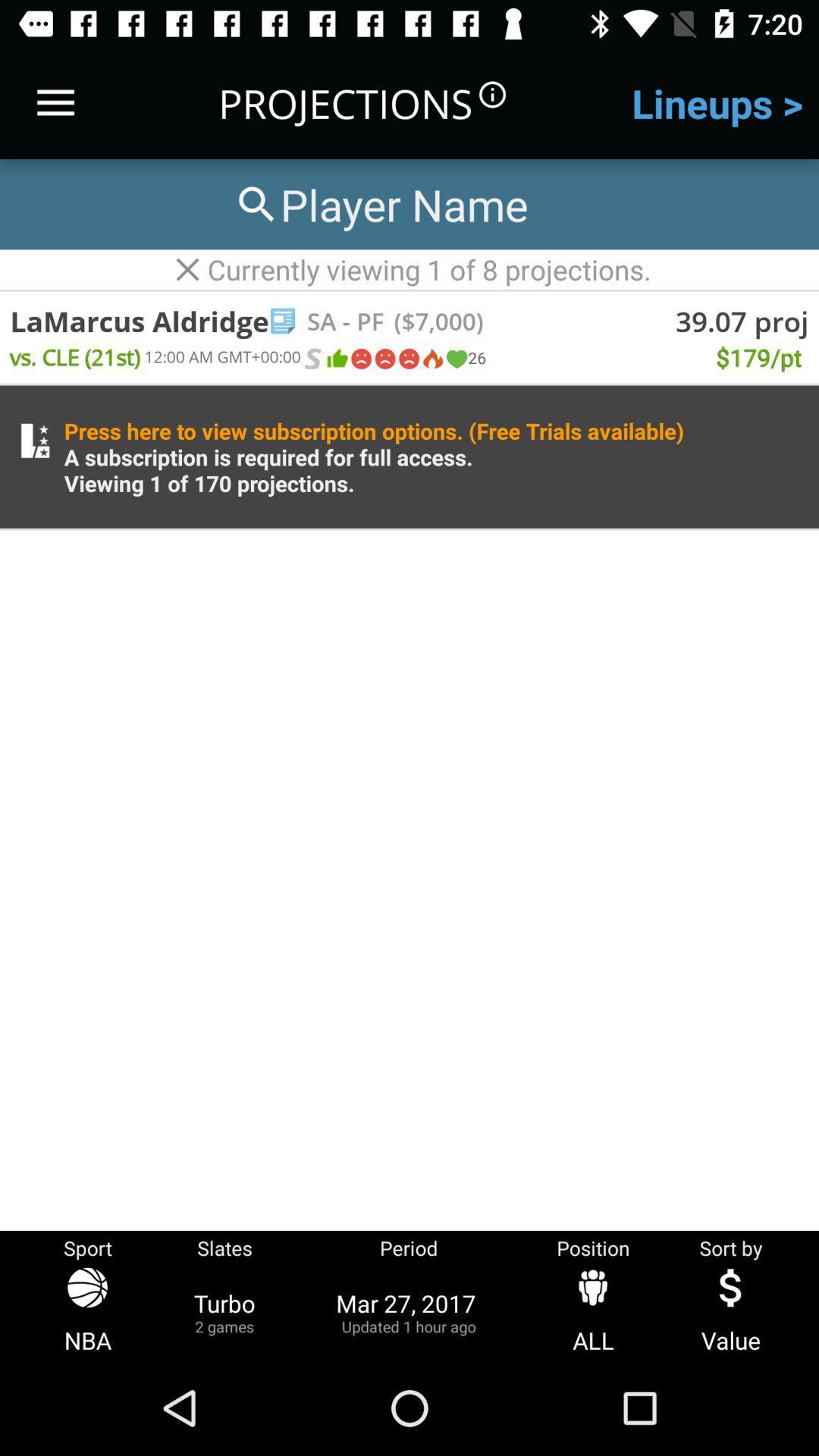 The height and width of the screenshot is (1456, 819). Describe the element at coordinates (407, 358) in the screenshot. I see `the icon below the  symbol` at that location.